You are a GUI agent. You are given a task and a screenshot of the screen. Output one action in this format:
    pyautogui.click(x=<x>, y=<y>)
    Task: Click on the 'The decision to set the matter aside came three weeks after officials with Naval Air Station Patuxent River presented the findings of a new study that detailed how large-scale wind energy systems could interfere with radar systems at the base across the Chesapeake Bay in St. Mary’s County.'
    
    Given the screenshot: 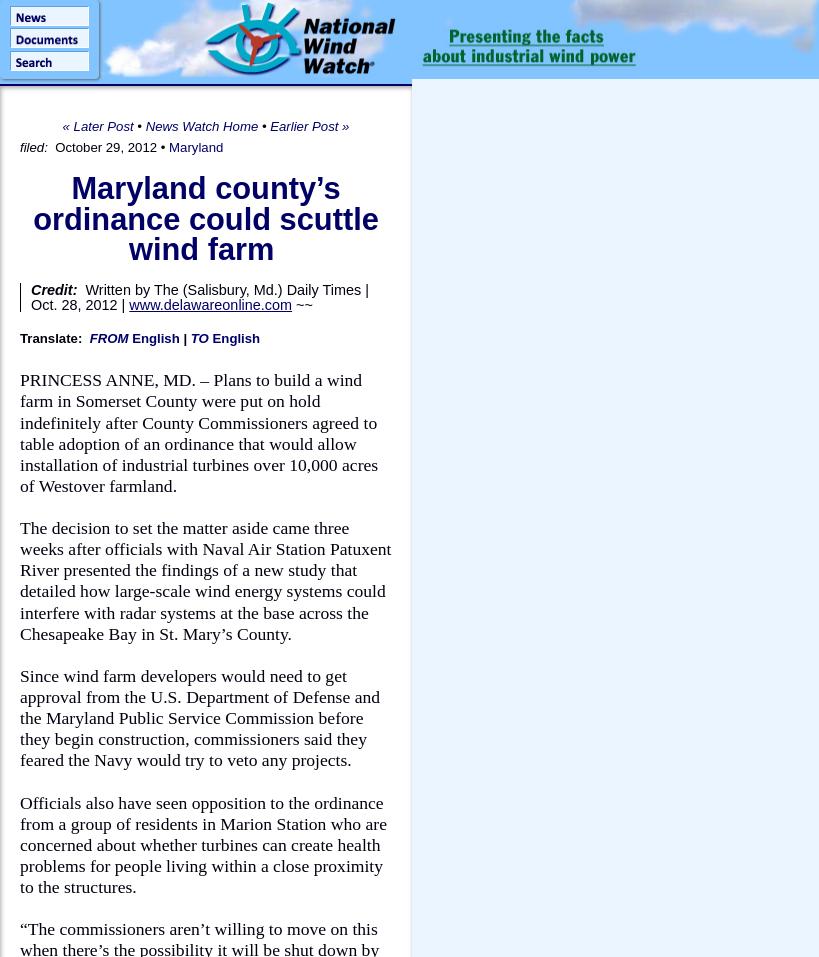 What is the action you would take?
    pyautogui.click(x=205, y=579)
    